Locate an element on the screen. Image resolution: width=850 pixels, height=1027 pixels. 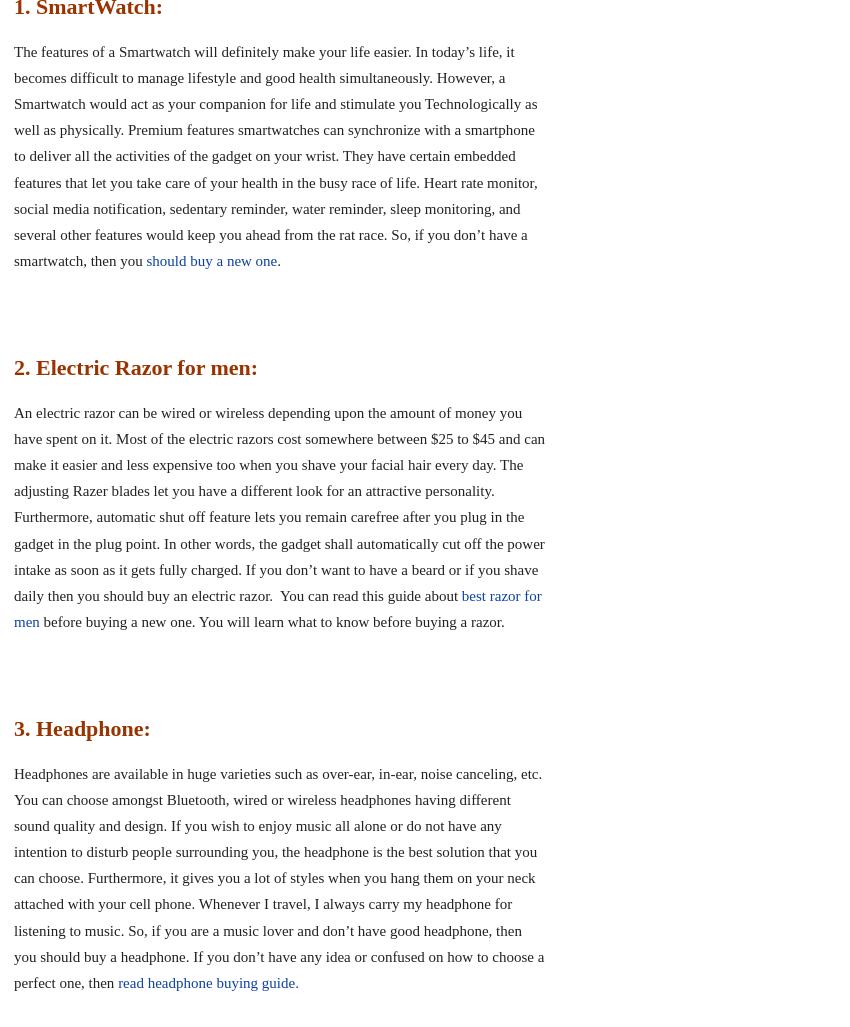
'The features of a Smartwatch will definitely make your life easier. In today’s life, it becomes difficult to manage lifestyle and good health simultaneously. However, a Smartwatch would act as your companion for life and stimulate you Technologically as well as physically. Premium features smartwatches can synchronize with a smartphone to deliver all the activities of the gadget on your wrist. They have certain embedded features that let you take care of your health in the busy race of life. Heart rate monitor, social media notification, sedentary reminder, water reminder, sleep monitoring, and several other features would keep you ahead from the rat race. So, if you don’t have a smartwatch, then you' is located at coordinates (274, 156).